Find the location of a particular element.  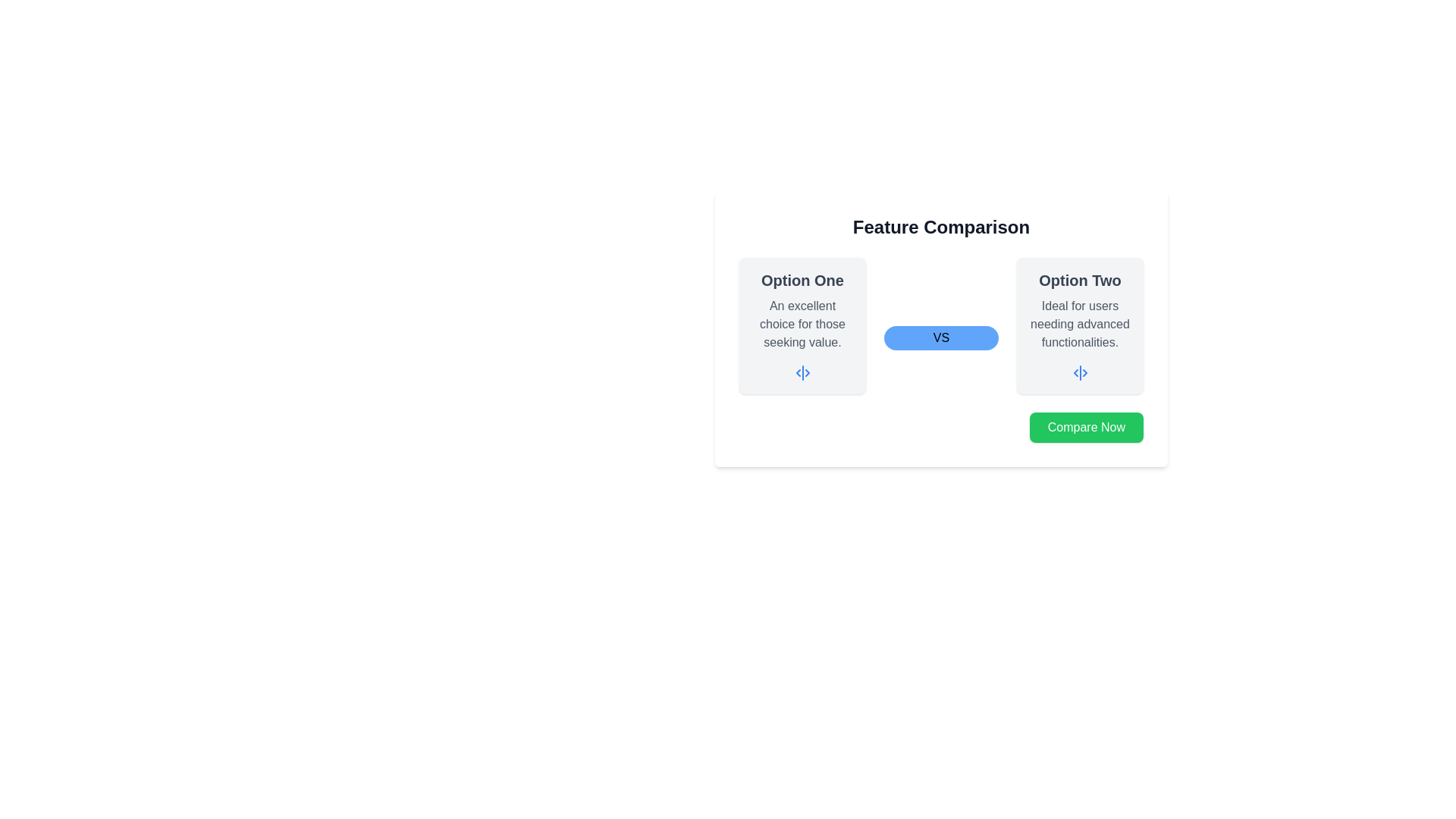

the Informative card that provides detailed information about the 'Option Two' feature, which is located in the rightmost column of a three-column grid layout is located at coordinates (1079, 325).